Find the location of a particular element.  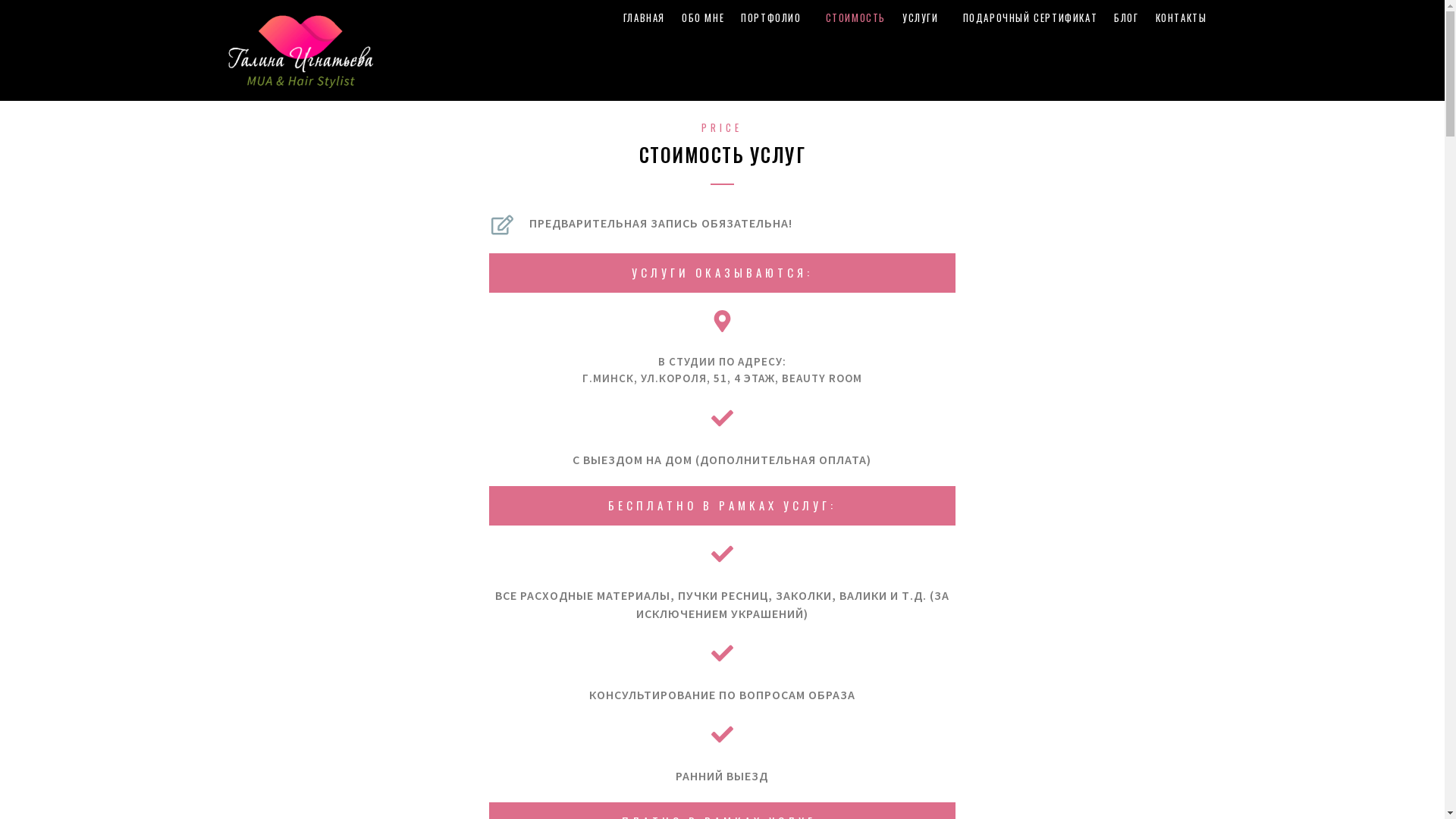

'PRICE' is located at coordinates (720, 127).